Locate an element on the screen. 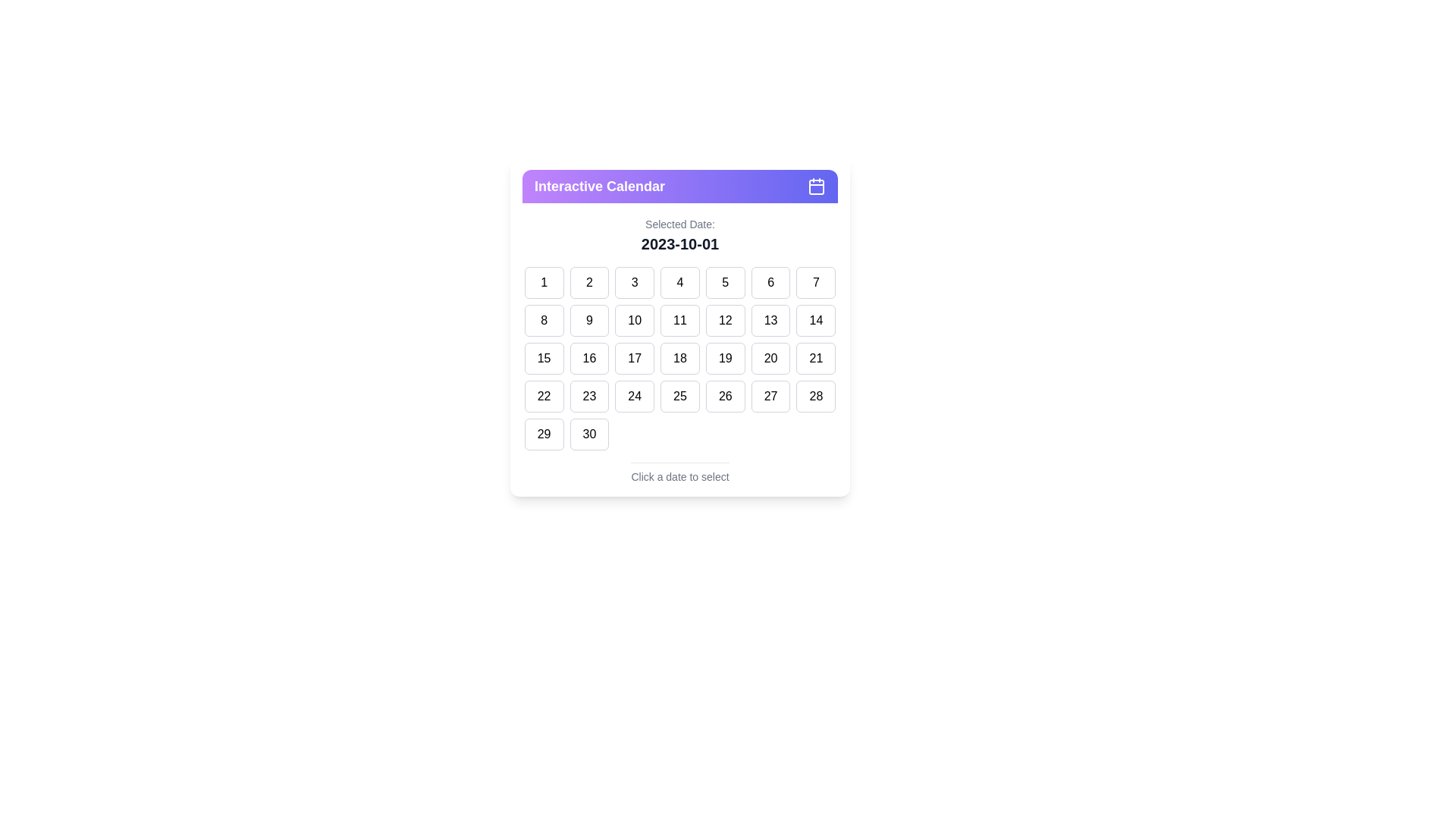 Image resolution: width=1456 pixels, height=819 pixels. the numeric button '24' which is styled with a light gray border and white background, located in the fourth row and fourth column of the grid layout is located at coordinates (635, 396).